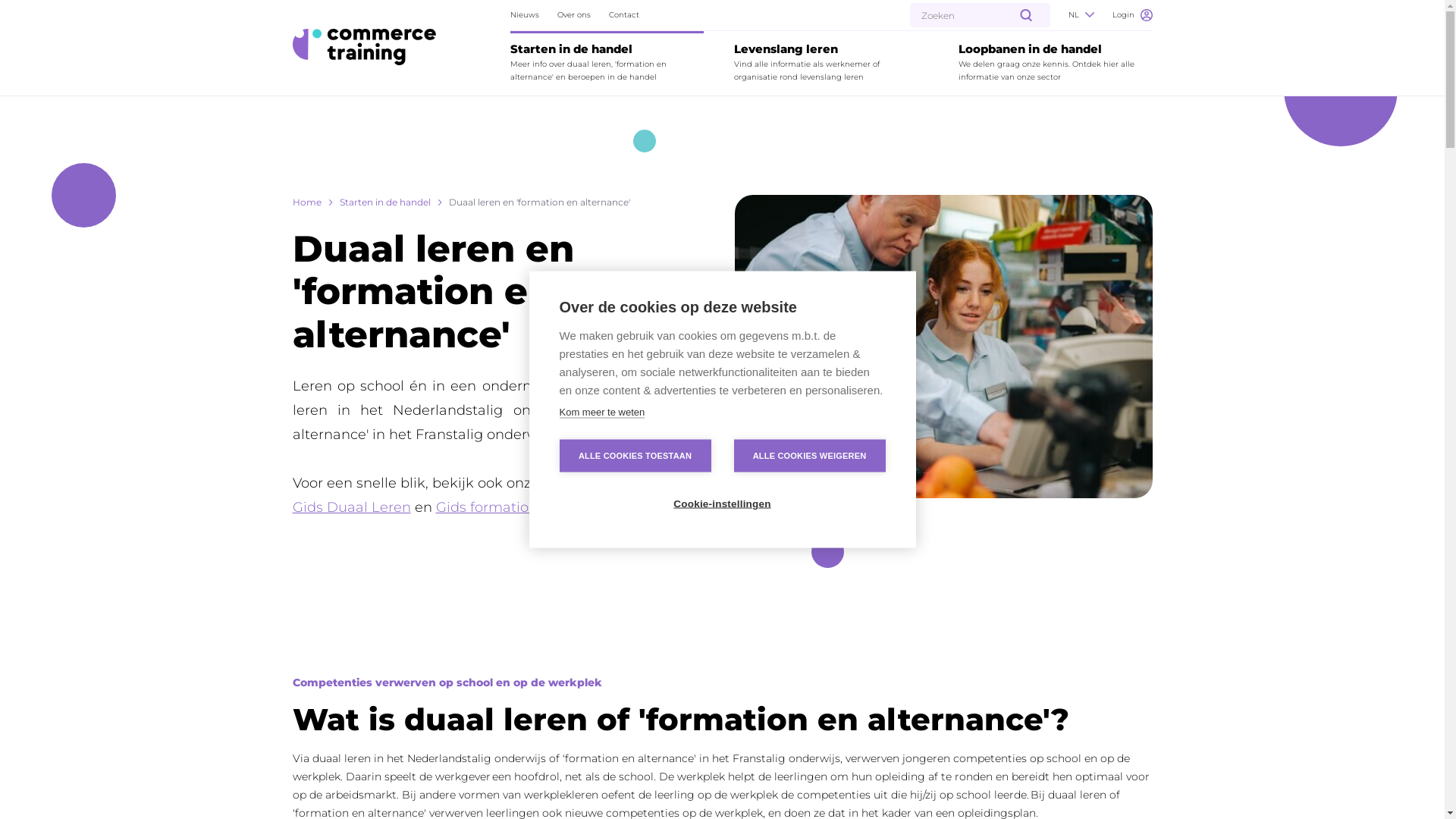  I want to click on 'Home', so click(292, 201).